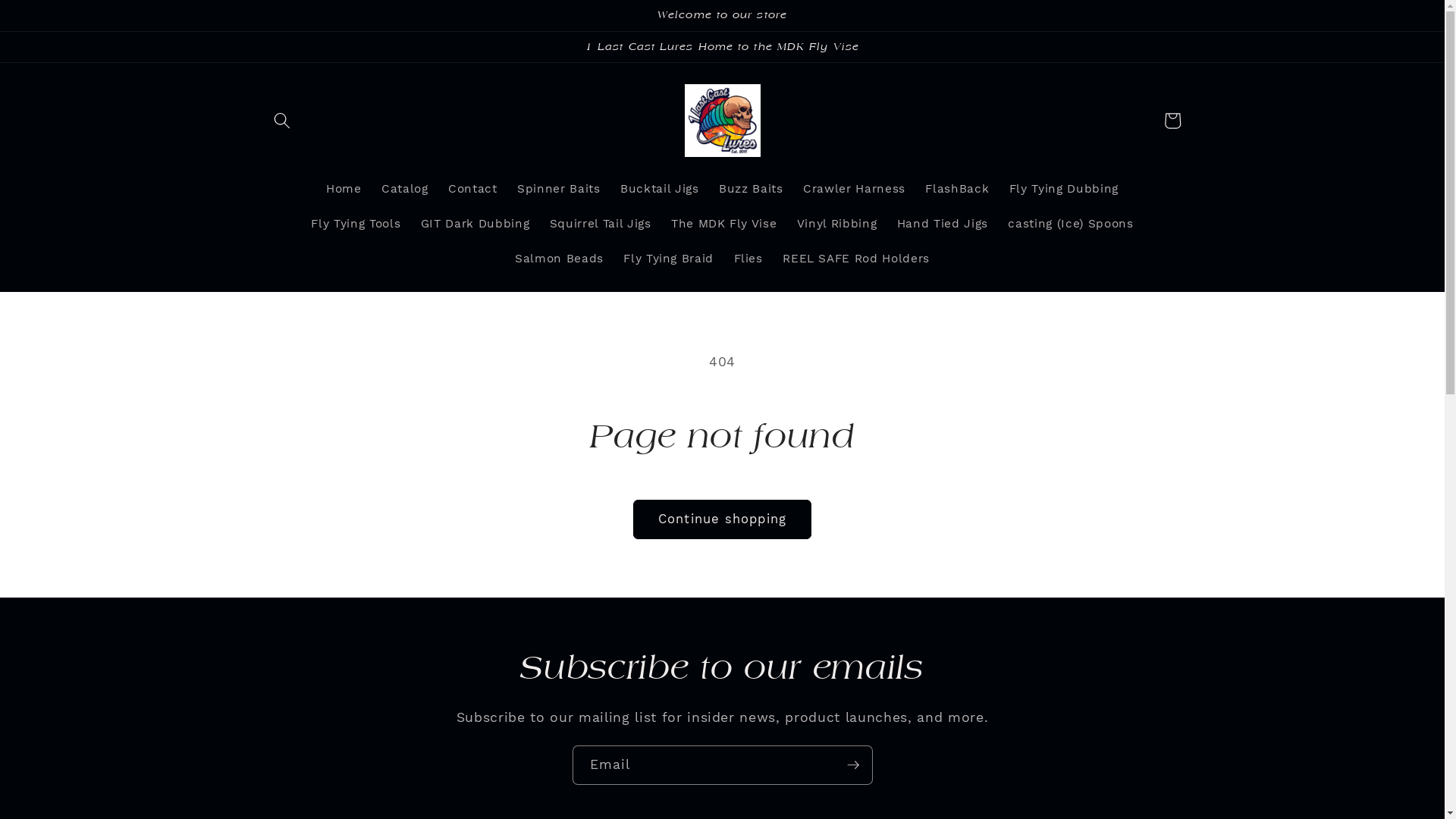 This screenshot has height=819, width=1456. What do you see at coordinates (404, 189) in the screenshot?
I see `'Catalog'` at bounding box center [404, 189].